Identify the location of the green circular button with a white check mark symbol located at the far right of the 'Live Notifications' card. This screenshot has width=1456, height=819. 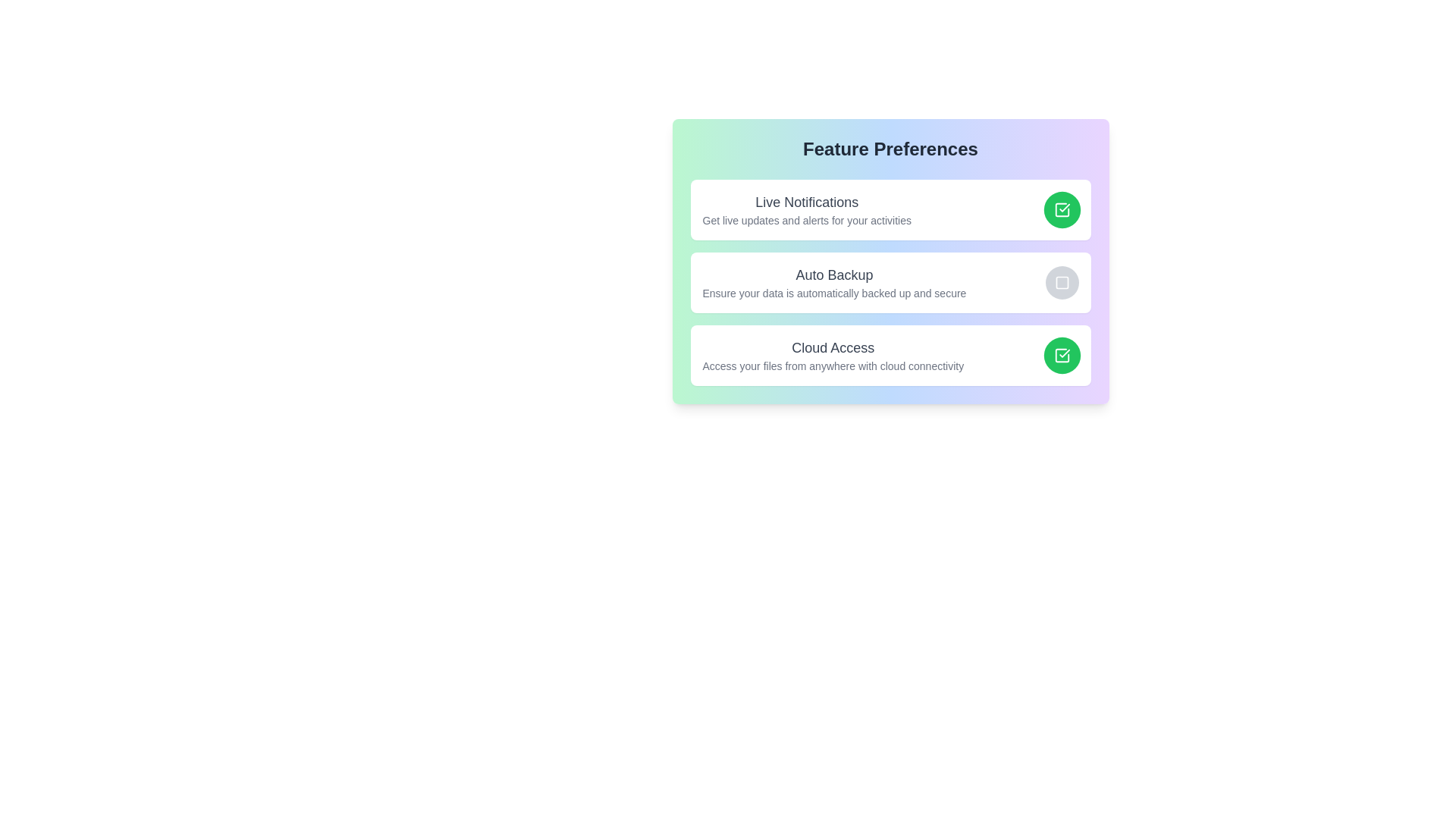
(1061, 210).